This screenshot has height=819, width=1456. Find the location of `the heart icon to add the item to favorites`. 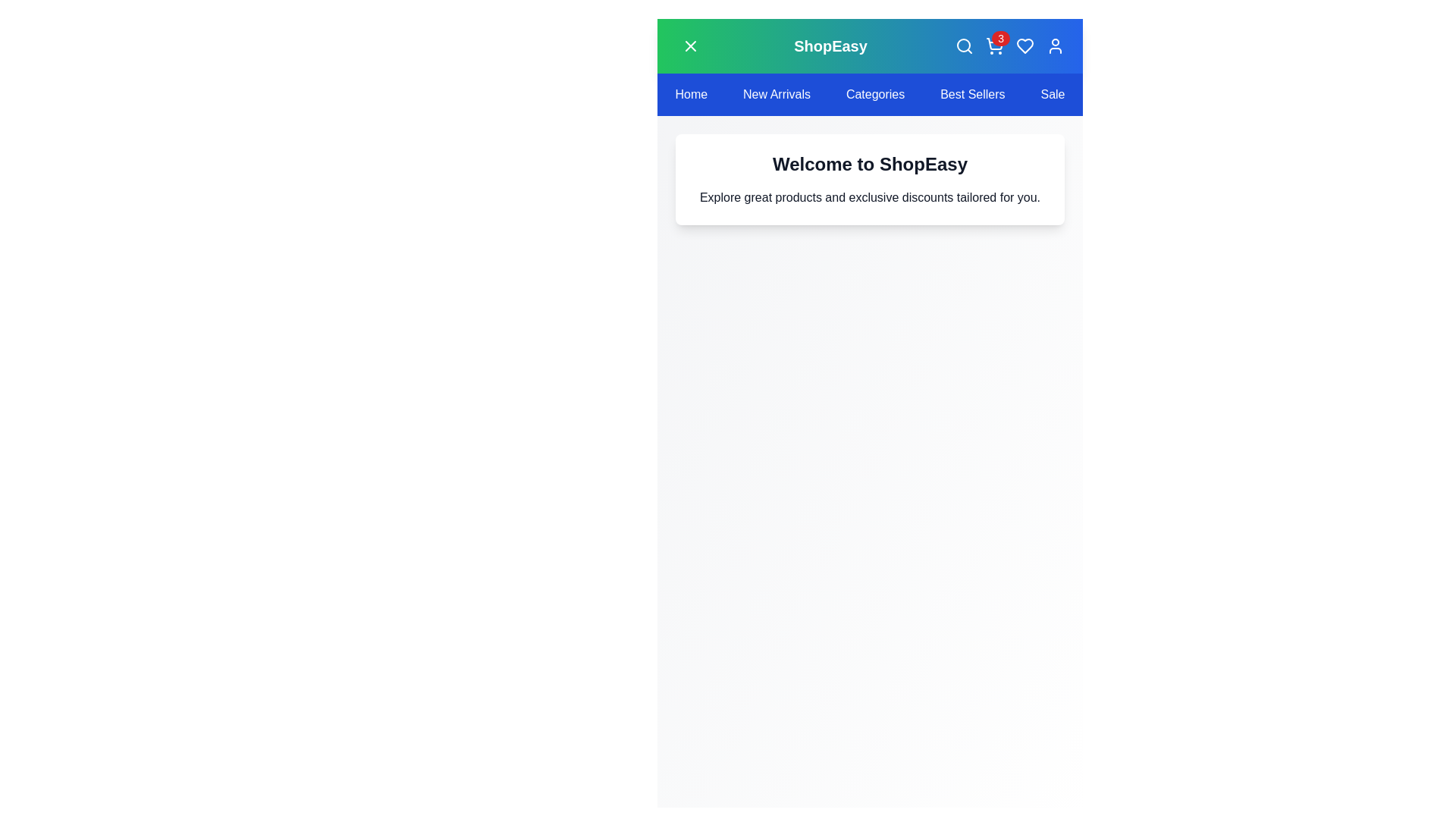

the heart icon to add the item to favorites is located at coordinates (1025, 45).